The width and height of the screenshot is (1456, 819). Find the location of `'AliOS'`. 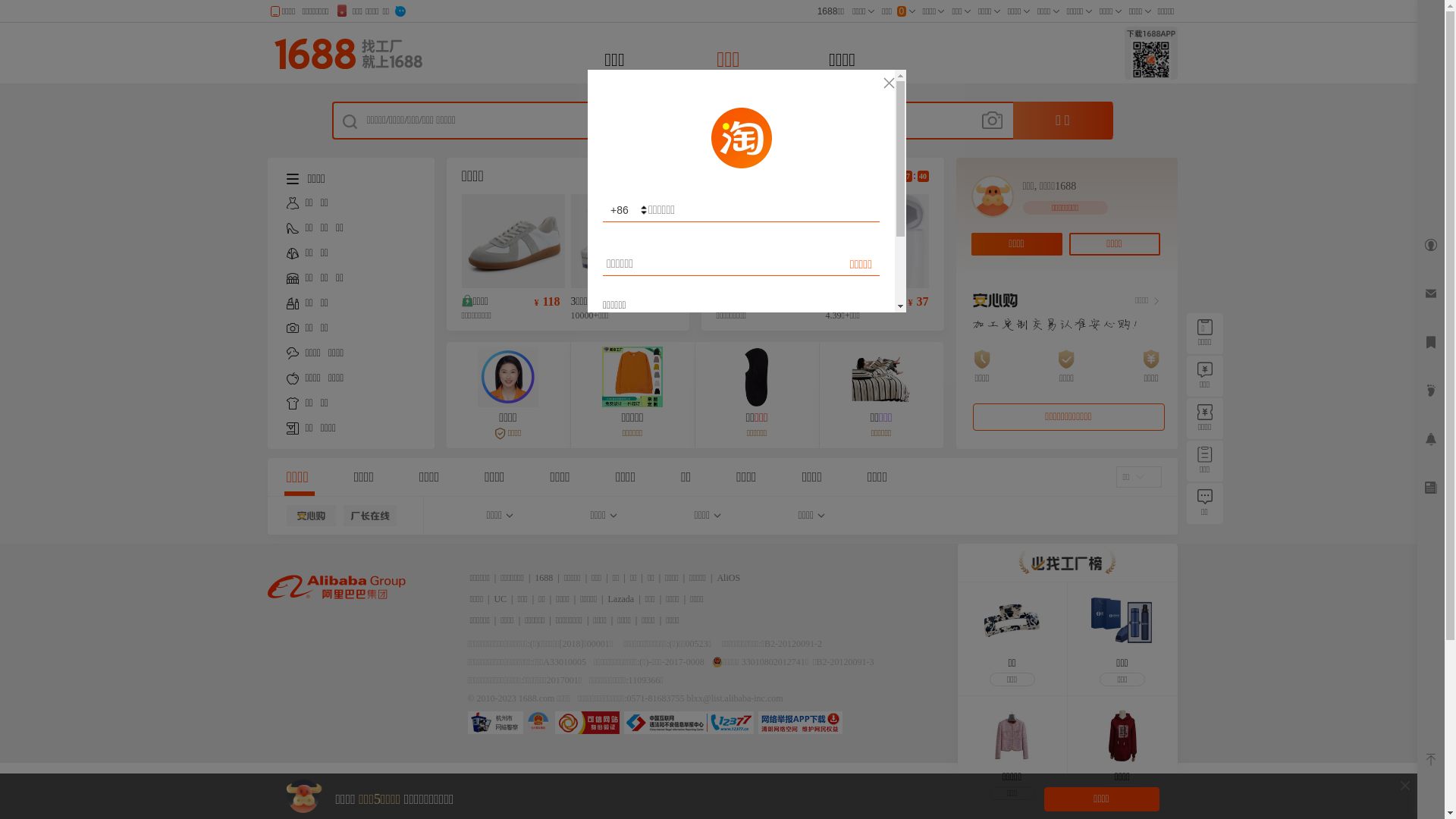

'AliOS' is located at coordinates (728, 578).